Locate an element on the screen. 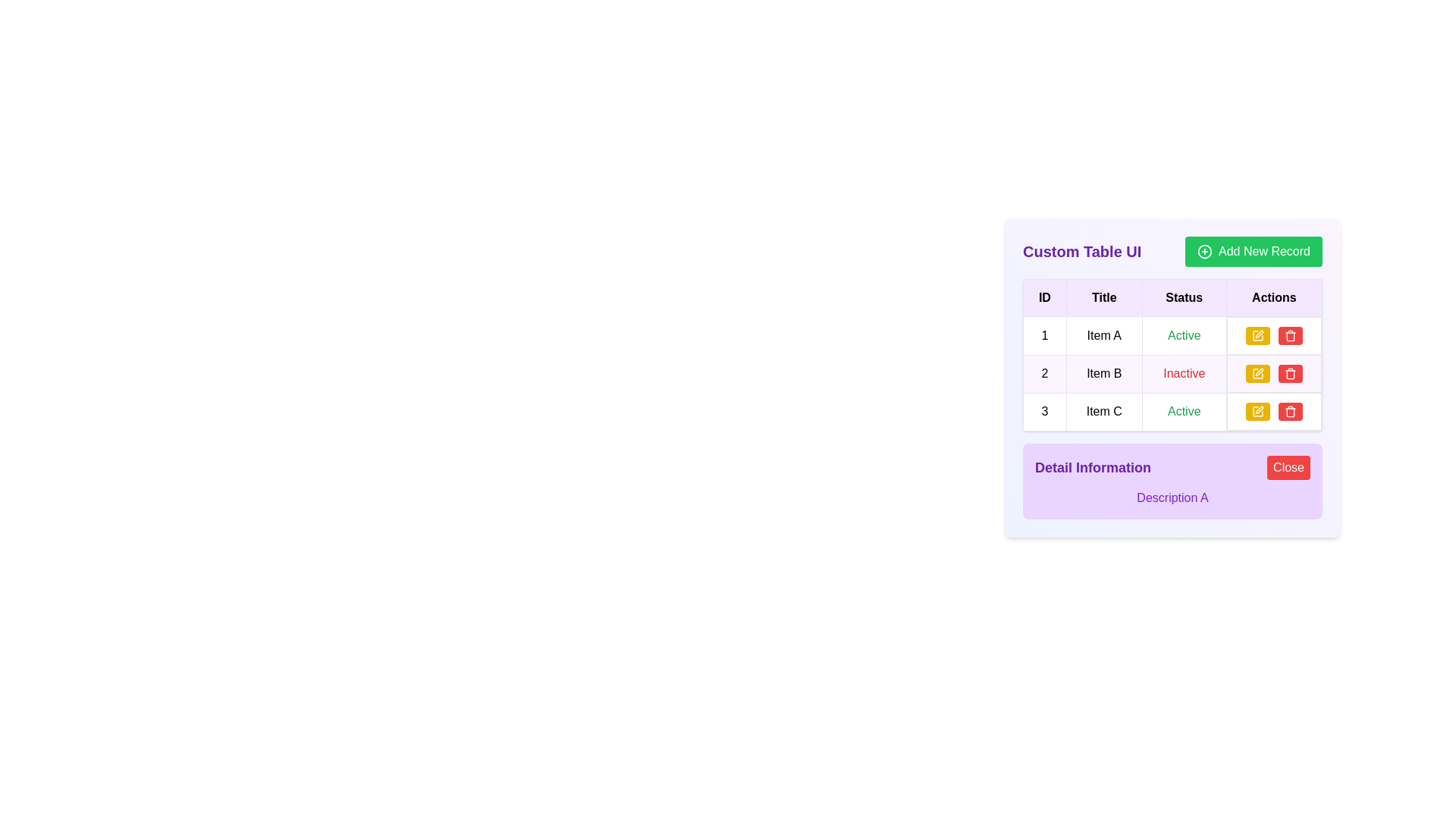 The width and height of the screenshot is (1456, 819). the 'Status' header cell in the table, which is the third cell in the header row, located between 'Title' and 'Actions', with a light purple background and bold black text is located at coordinates (1183, 298).